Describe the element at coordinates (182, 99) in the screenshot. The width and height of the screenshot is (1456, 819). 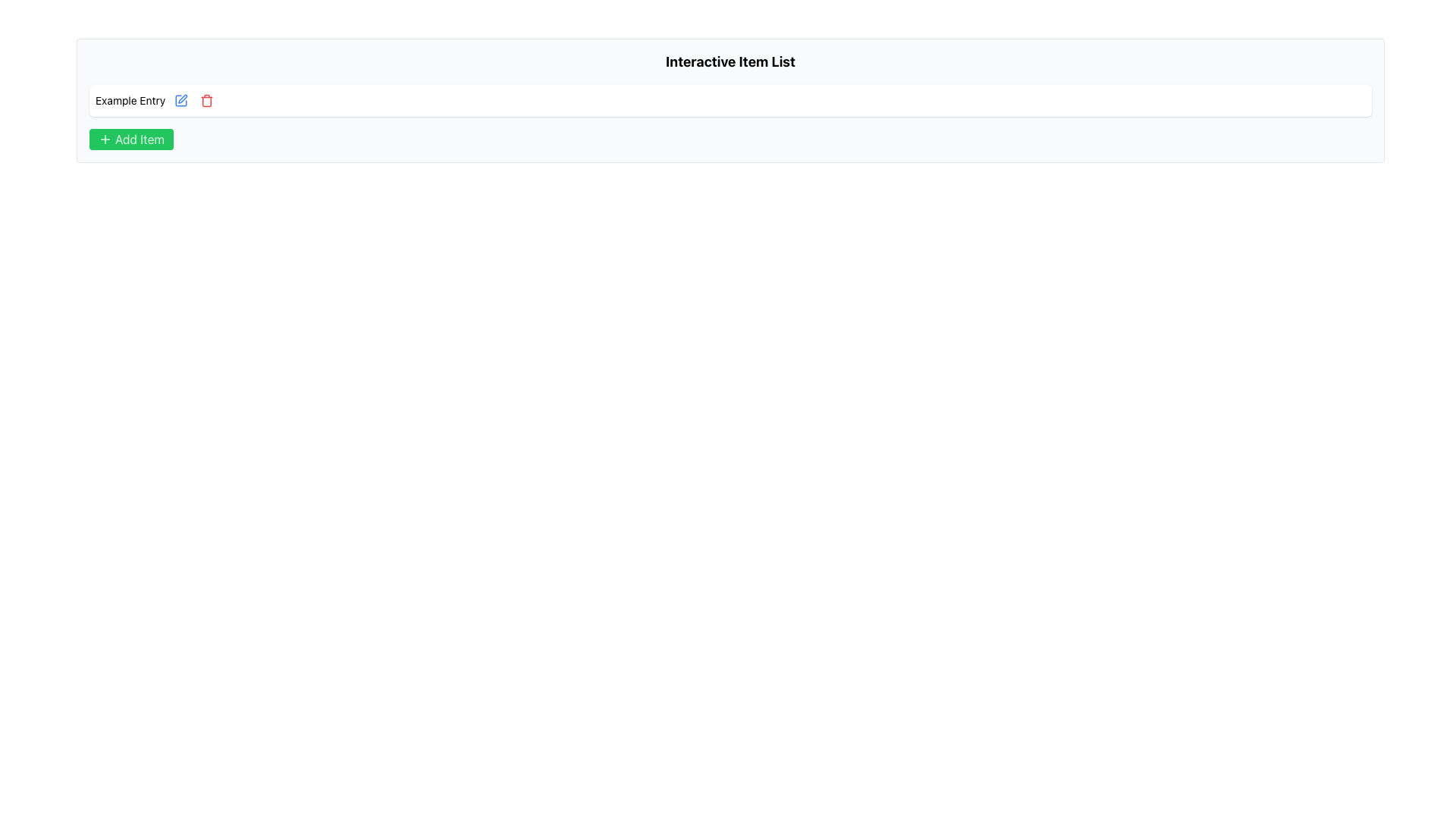
I see `the small pen icon representing the 'edit' action, located to the left of the trash bin icon, associated with the 'Example Entry' text input` at that location.